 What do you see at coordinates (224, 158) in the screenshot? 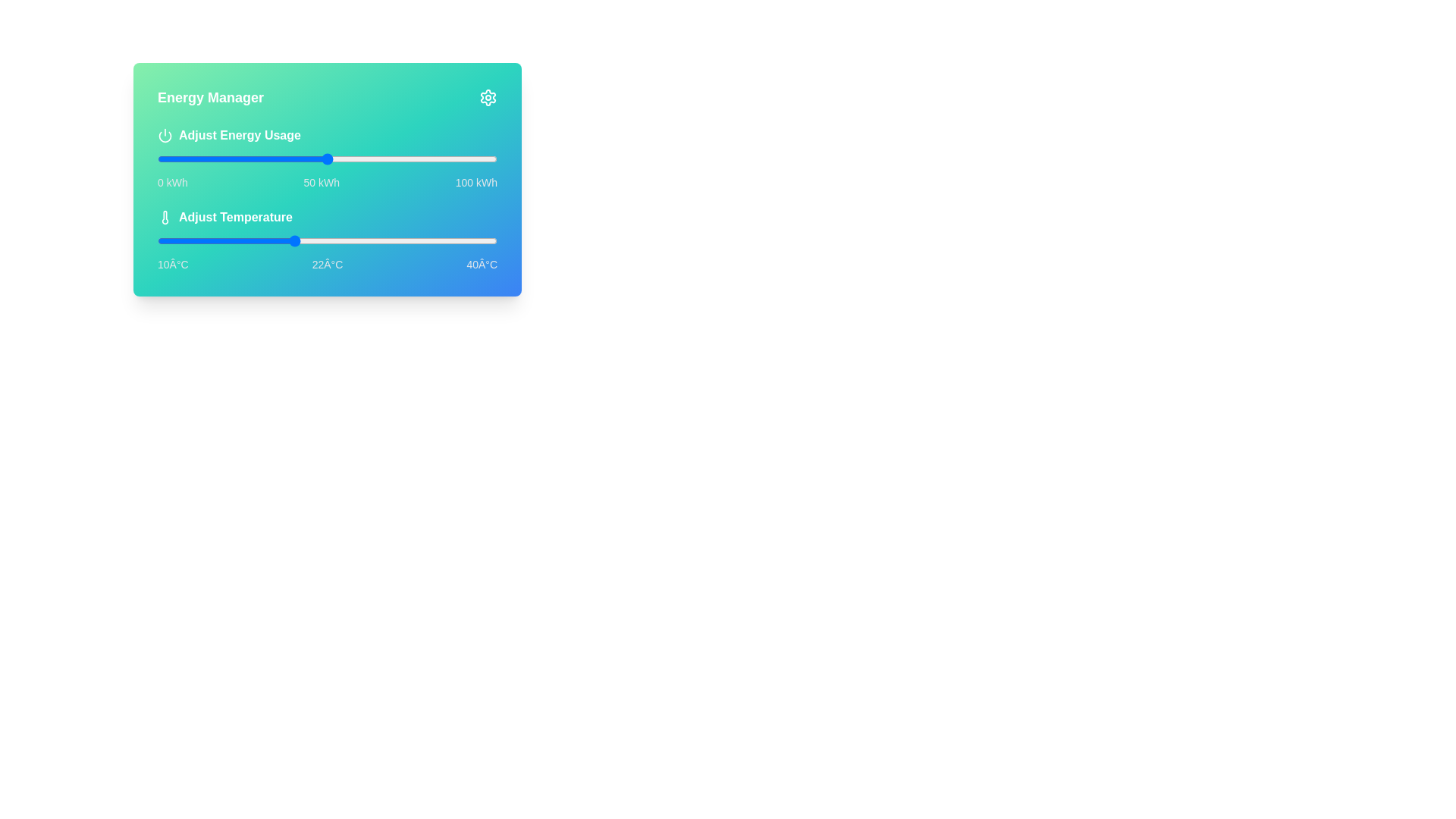
I see `the energy usage slider to 20 kWh` at bounding box center [224, 158].